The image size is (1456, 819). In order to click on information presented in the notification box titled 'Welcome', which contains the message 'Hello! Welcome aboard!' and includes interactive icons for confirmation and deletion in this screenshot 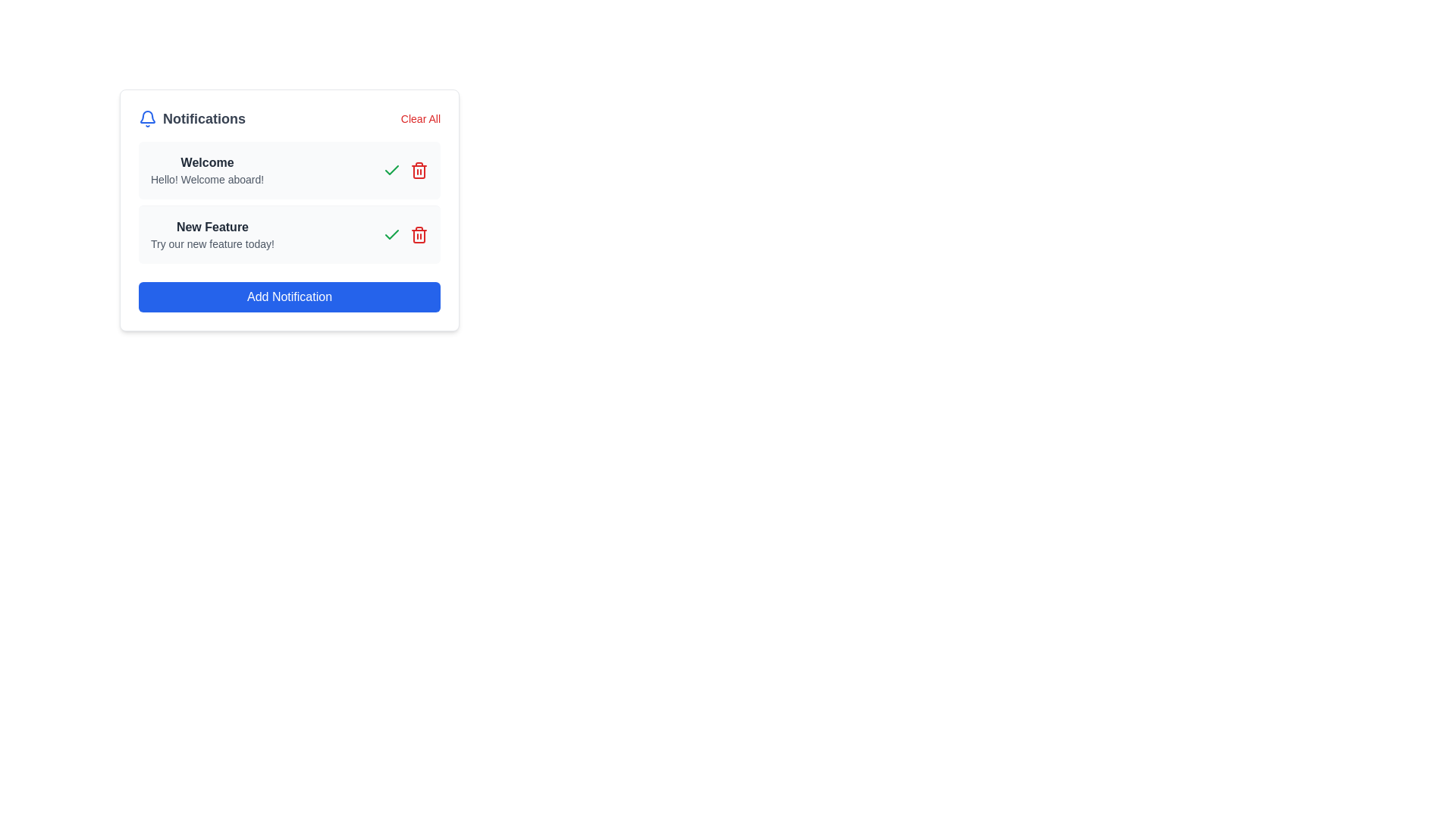, I will do `click(290, 170)`.